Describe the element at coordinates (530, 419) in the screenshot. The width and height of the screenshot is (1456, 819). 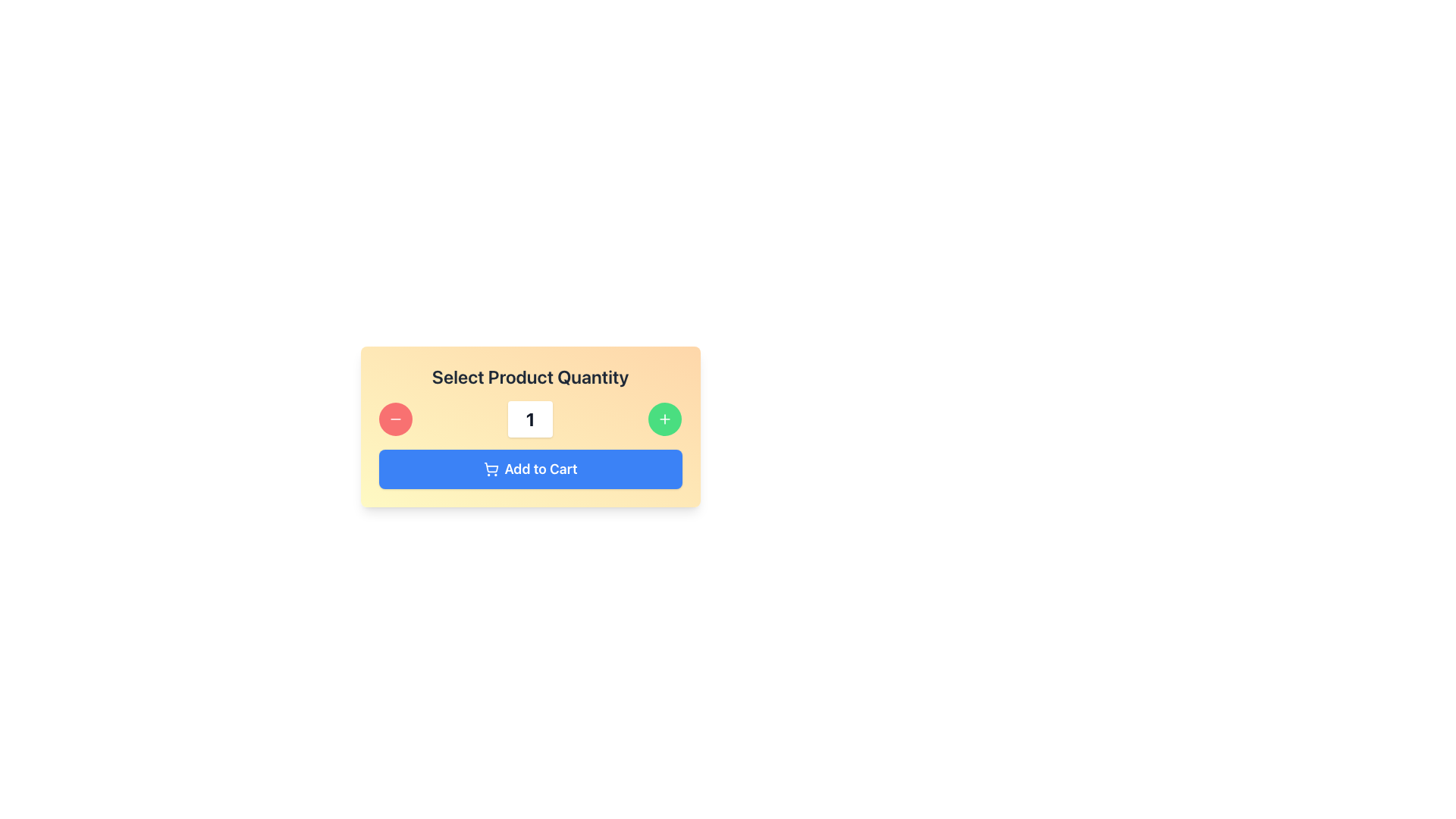
I see `the prominently displayed number '1' in bold black on a white background for interaction feedback` at that location.